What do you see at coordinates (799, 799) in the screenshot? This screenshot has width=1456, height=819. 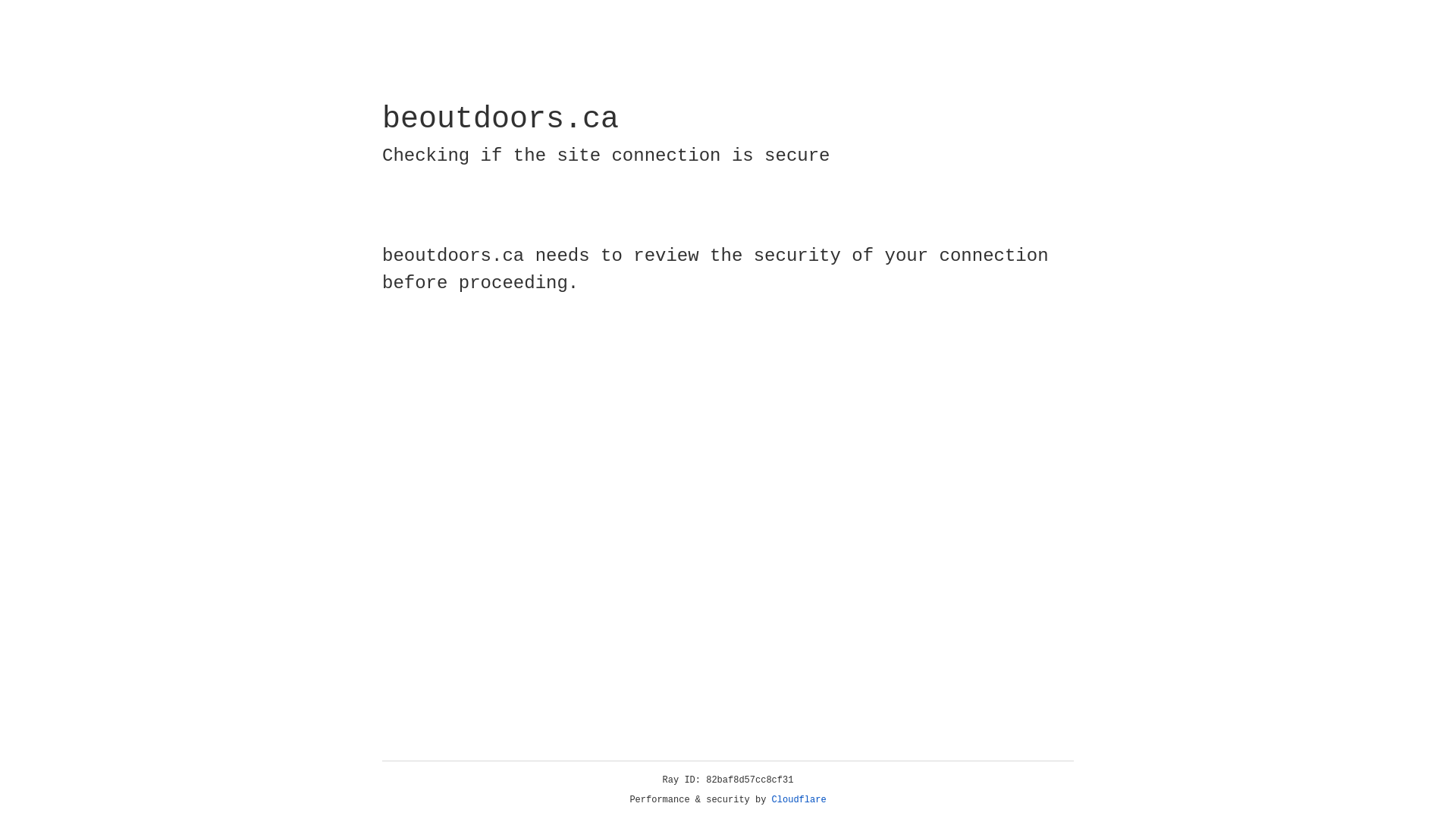 I see `'Cloudflare'` at bounding box center [799, 799].